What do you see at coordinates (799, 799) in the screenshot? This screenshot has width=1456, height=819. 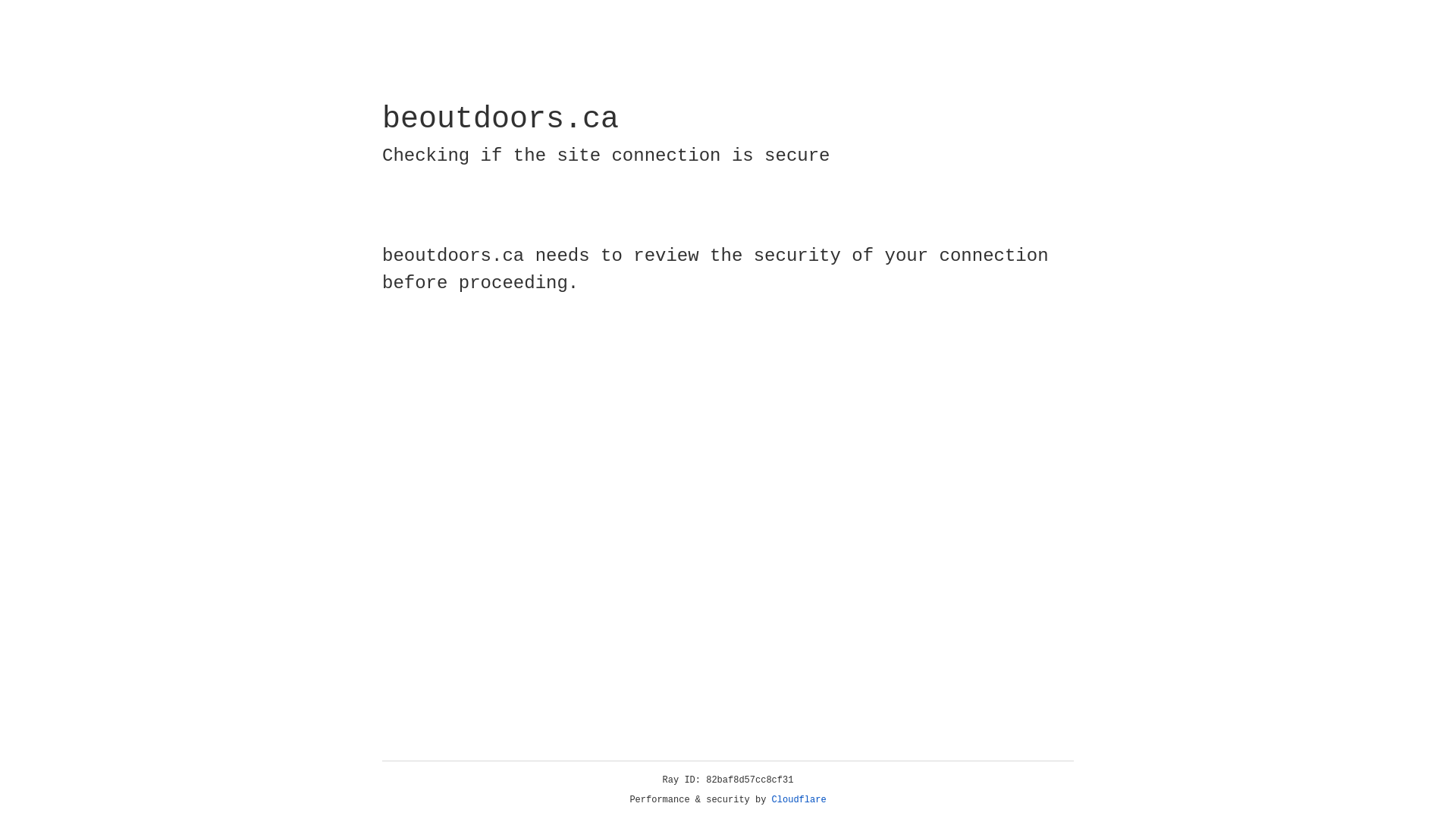 I see `'Cloudflare'` at bounding box center [799, 799].